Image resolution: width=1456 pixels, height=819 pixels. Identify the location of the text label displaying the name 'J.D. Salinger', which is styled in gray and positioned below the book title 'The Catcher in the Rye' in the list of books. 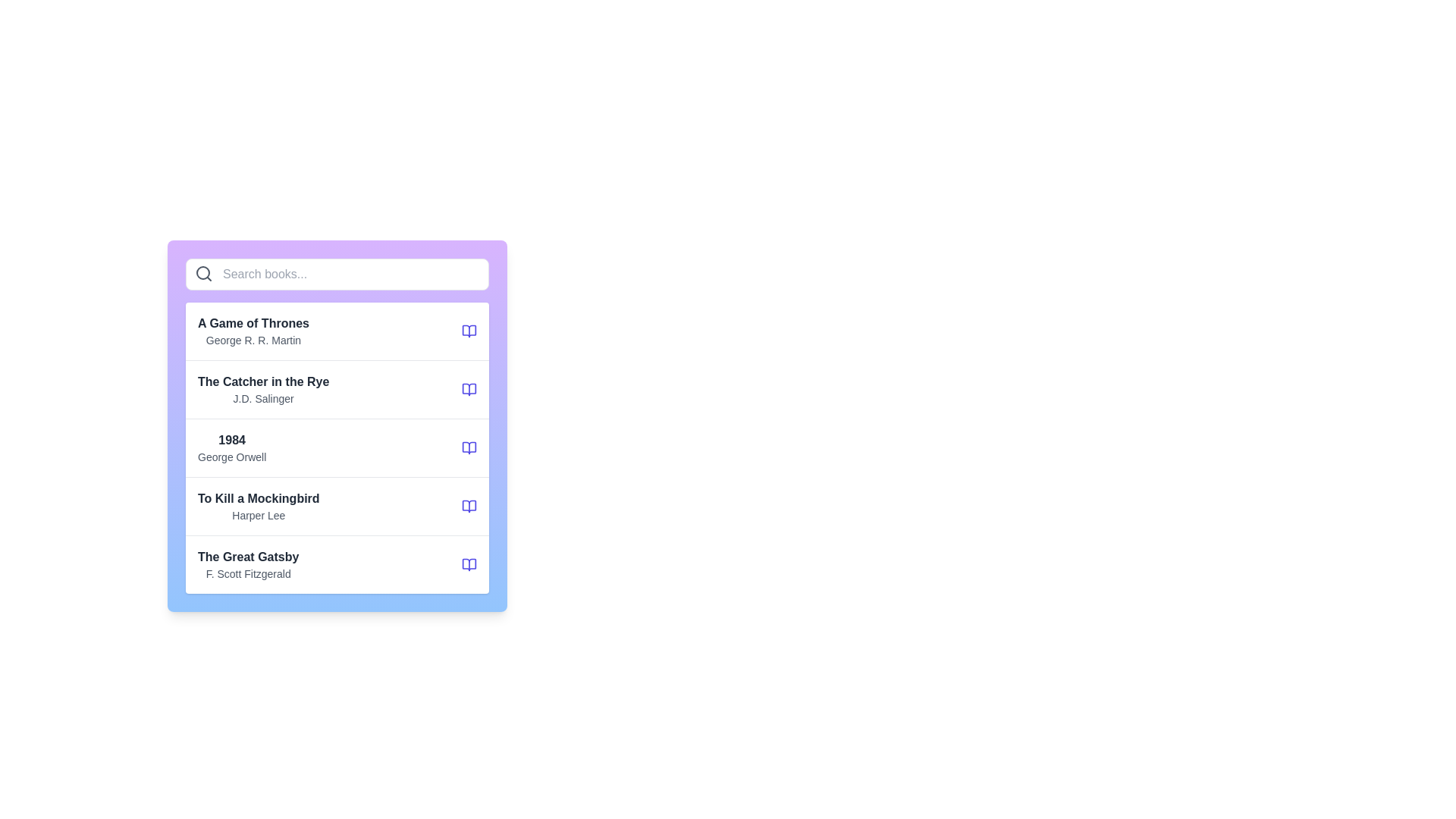
(263, 397).